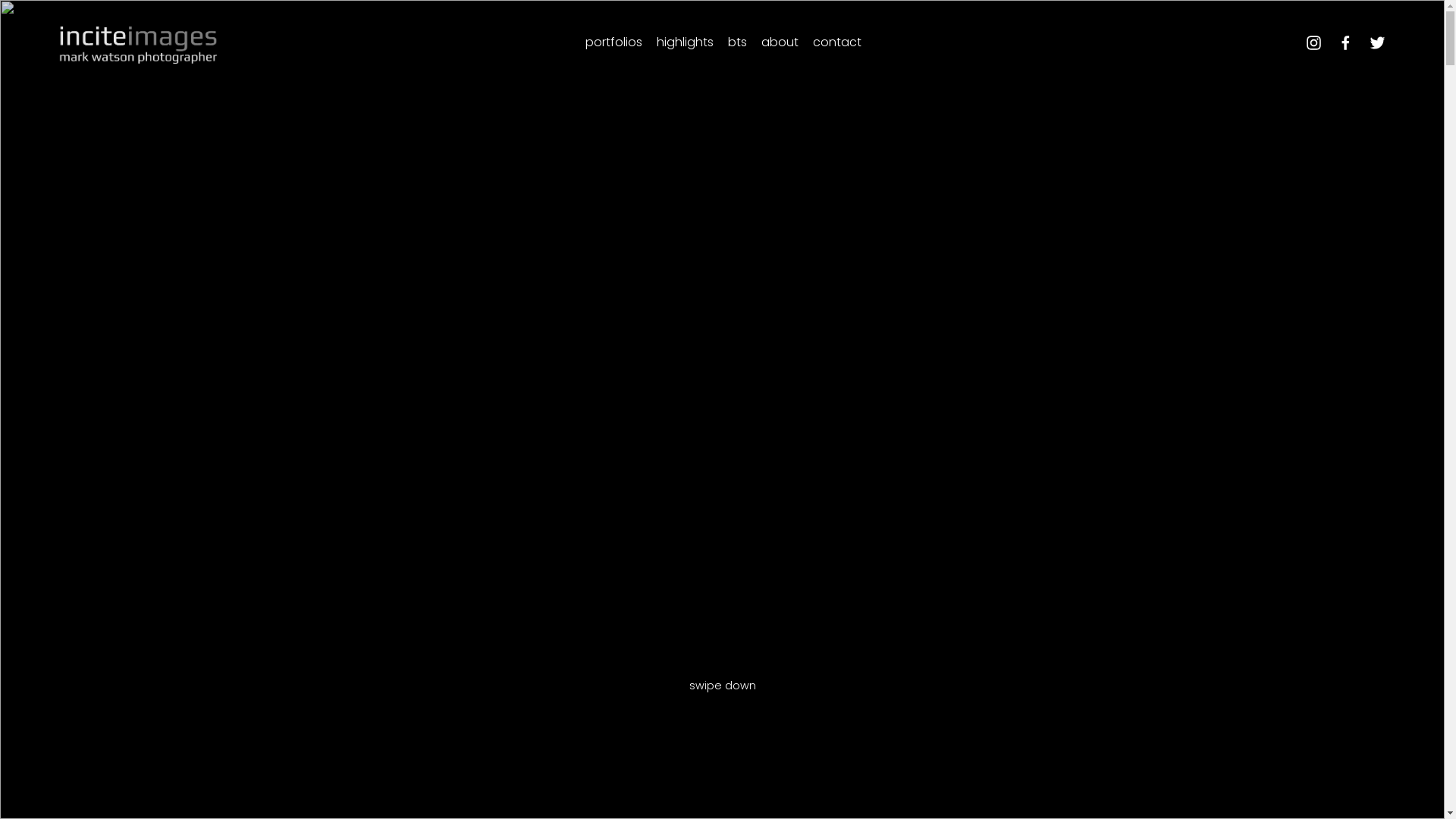  What do you see at coordinates (761, 42) in the screenshot?
I see `'about'` at bounding box center [761, 42].